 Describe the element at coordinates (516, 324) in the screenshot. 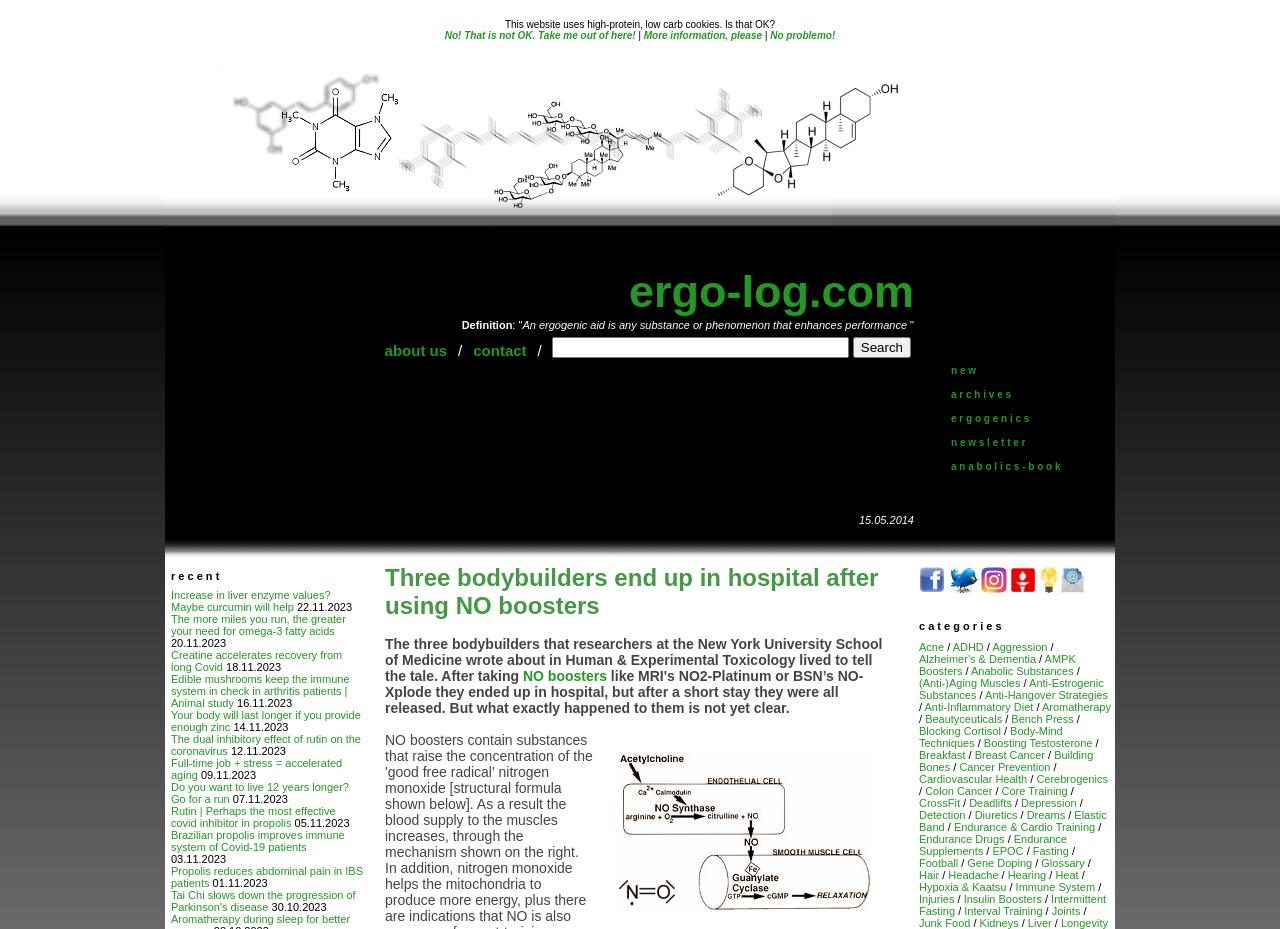

I see `': "'` at that location.